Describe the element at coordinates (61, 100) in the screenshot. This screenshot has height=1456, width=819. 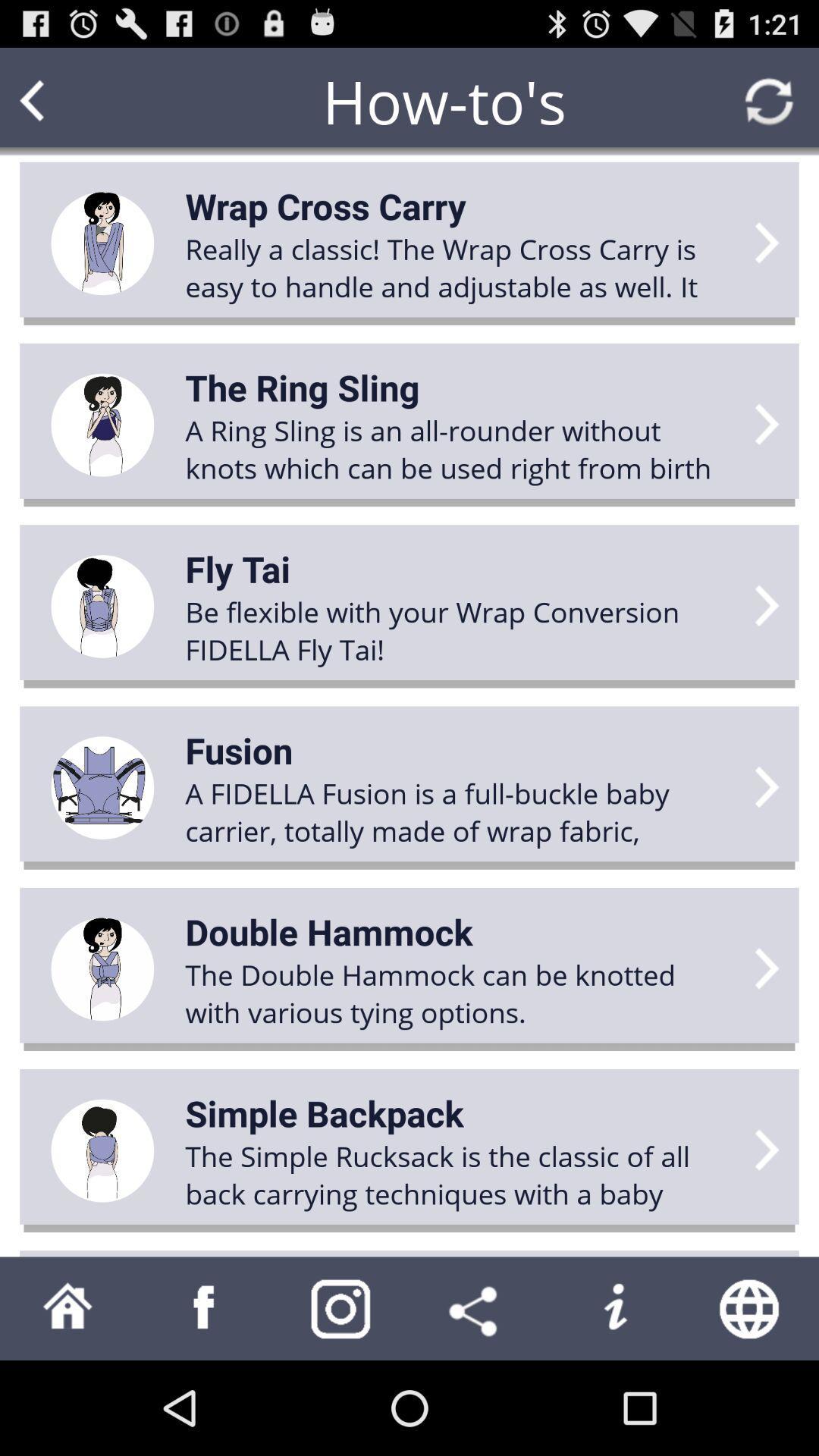
I see `app next to how-to's` at that location.